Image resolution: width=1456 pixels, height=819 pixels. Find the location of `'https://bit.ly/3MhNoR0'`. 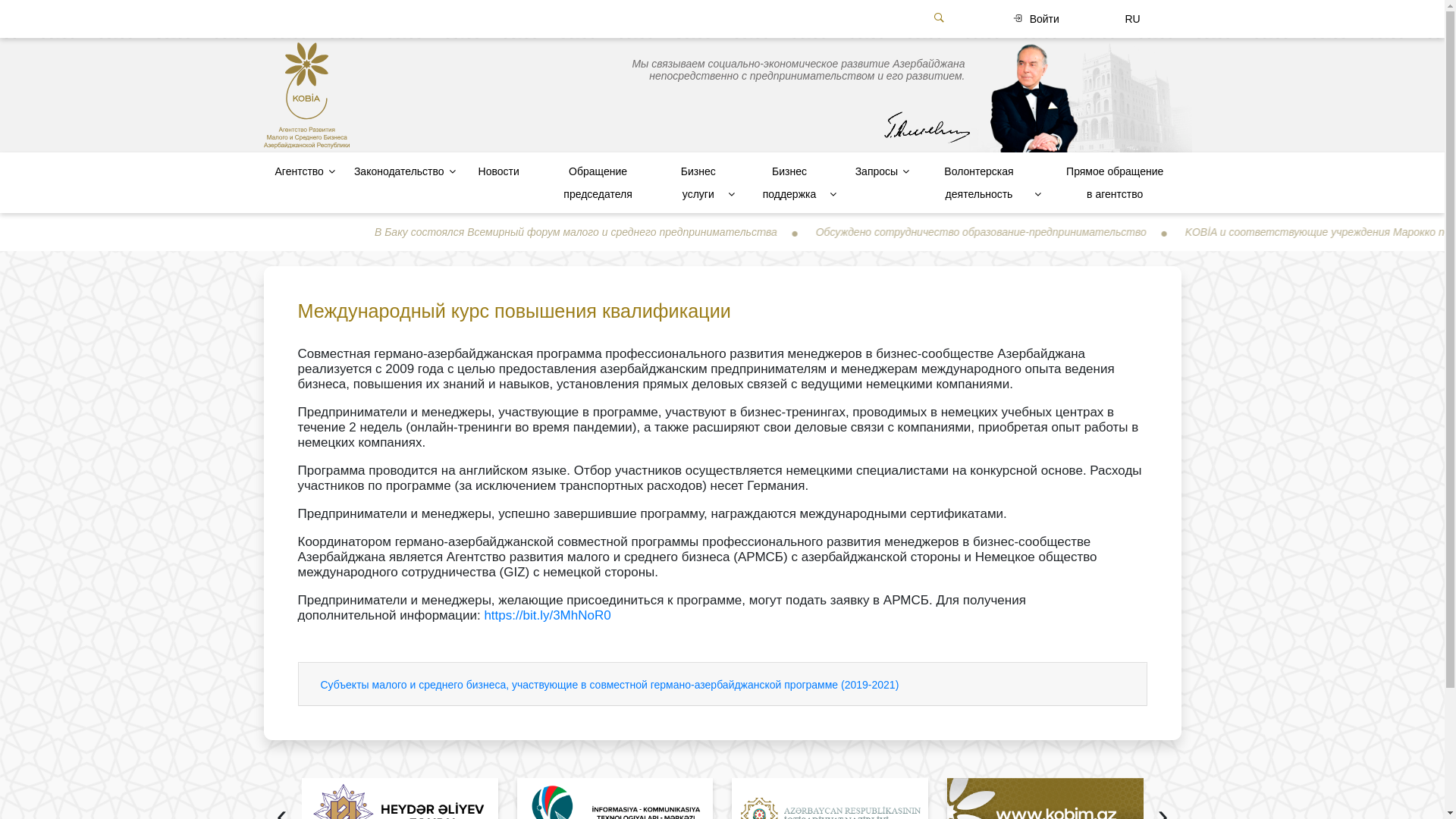

'https://bit.ly/3MhNoR0' is located at coordinates (483, 615).